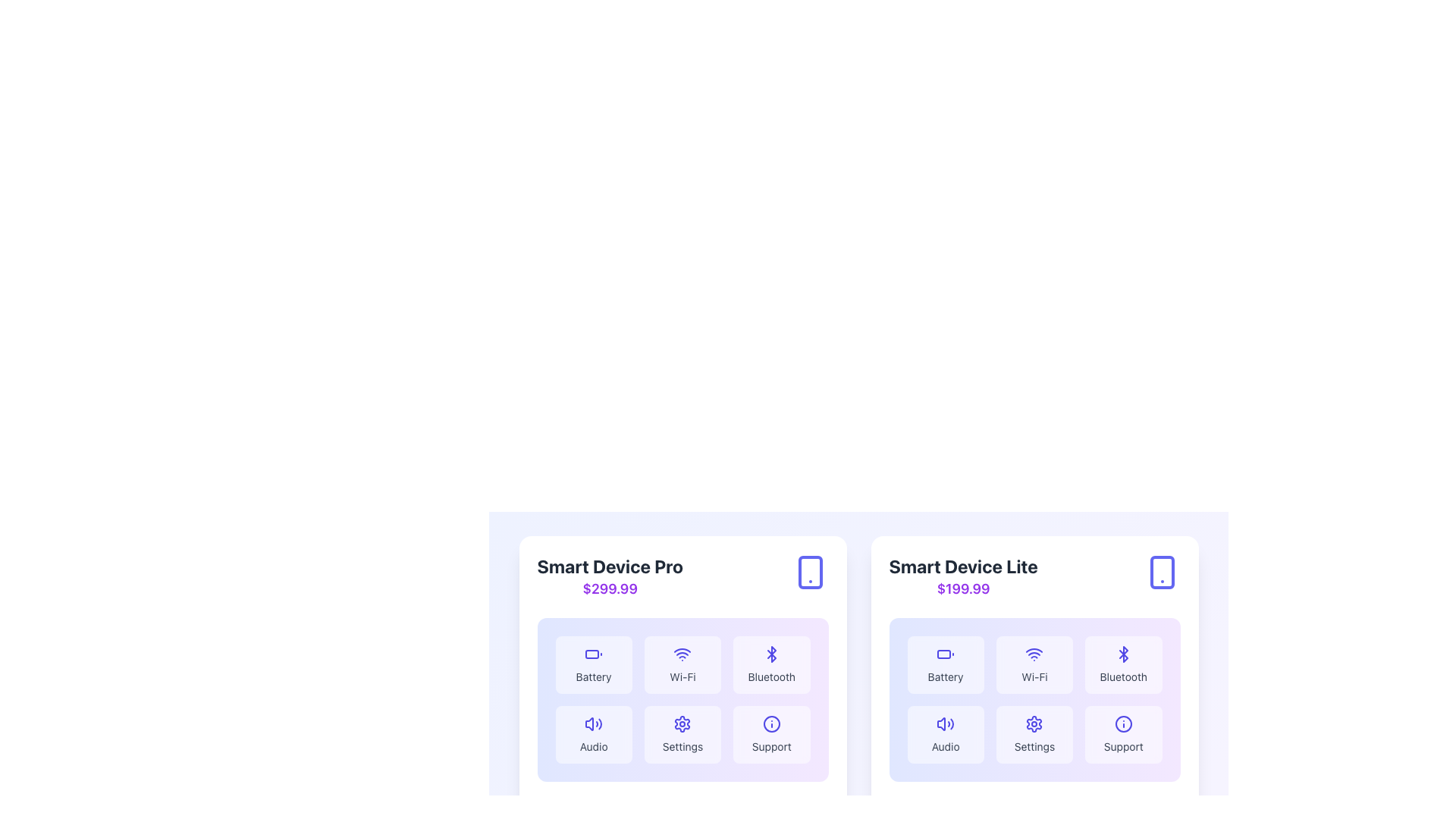  Describe the element at coordinates (962, 576) in the screenshot. I see `the Text Display element that shows 'Smart Device Lite' in bold black text and '$199.99' in bold purple font to trigger potential tooltips or effects` at that location.